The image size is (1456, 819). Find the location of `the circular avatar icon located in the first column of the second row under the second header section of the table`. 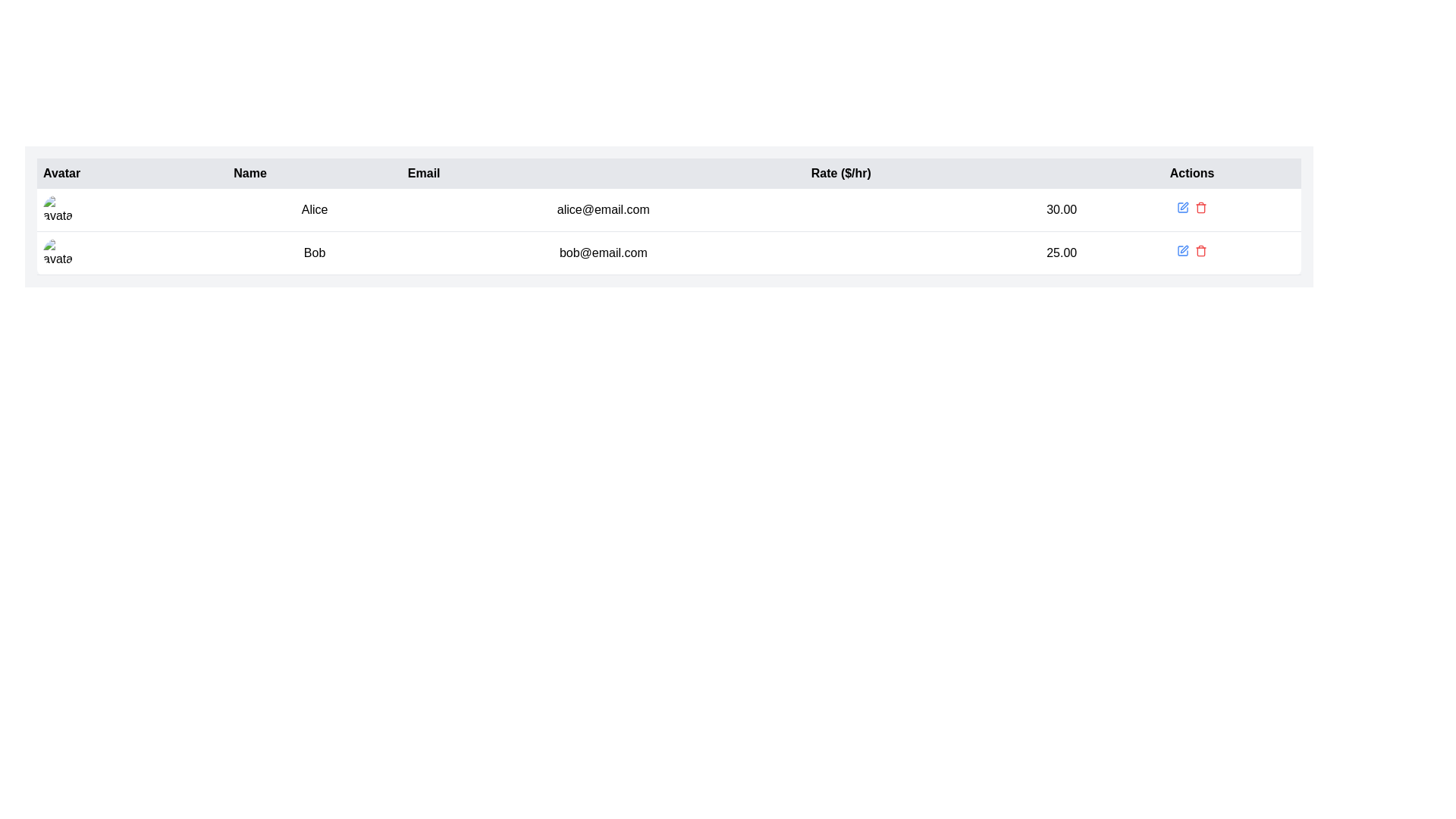

the circular avatar icon located in the first column of the second row under the second header section of the table is located at coordinates (58, 253).